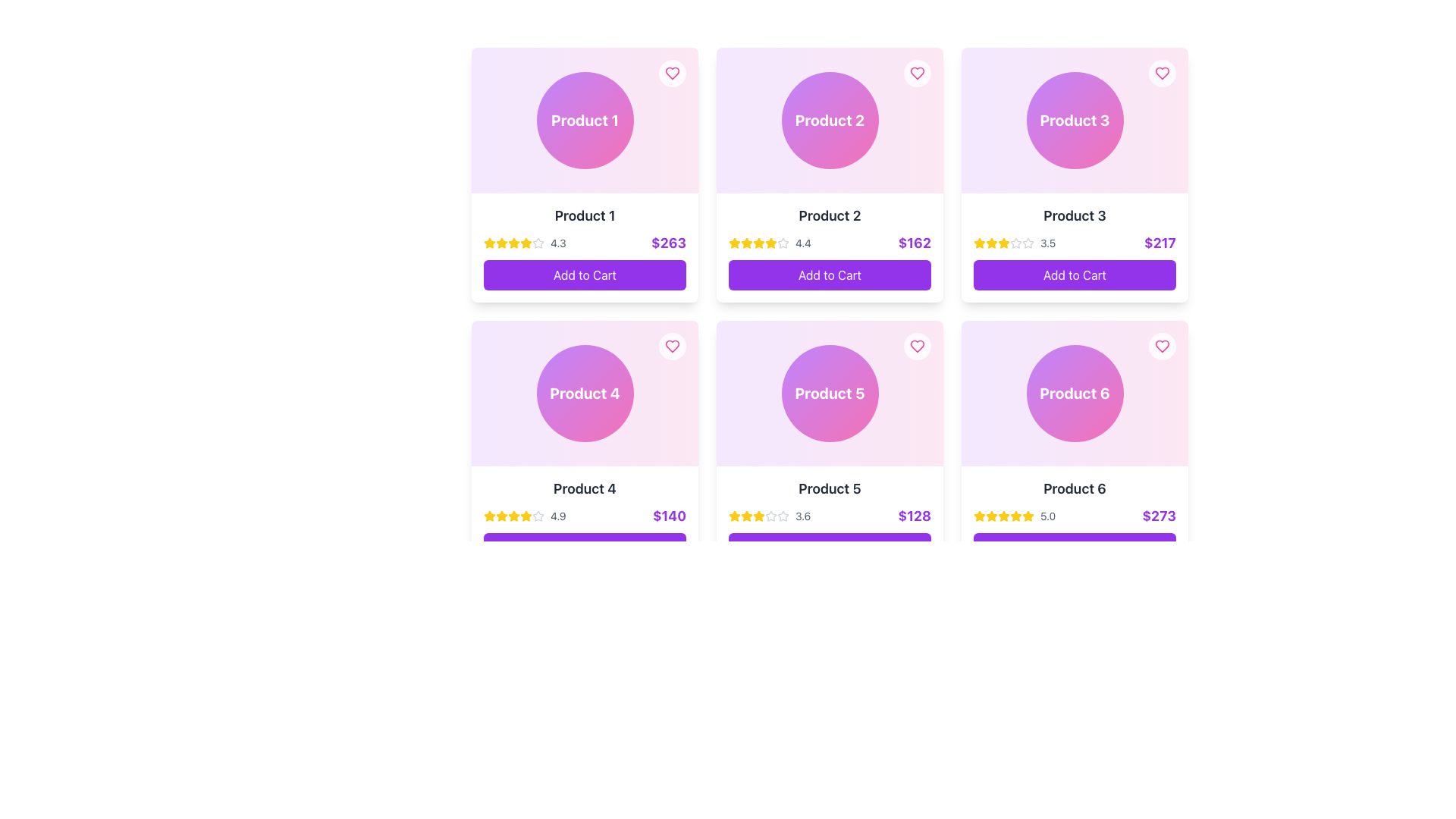 The width and height of the screenshot is (1456, 819). What do you see at coordinates (829, 548) in the screenshot?
I see `the button to add 'Product 5' to the shopping cart, located at the bottom center of the product card, beneath the price label of '$128'` at bounding box center [829, 548].